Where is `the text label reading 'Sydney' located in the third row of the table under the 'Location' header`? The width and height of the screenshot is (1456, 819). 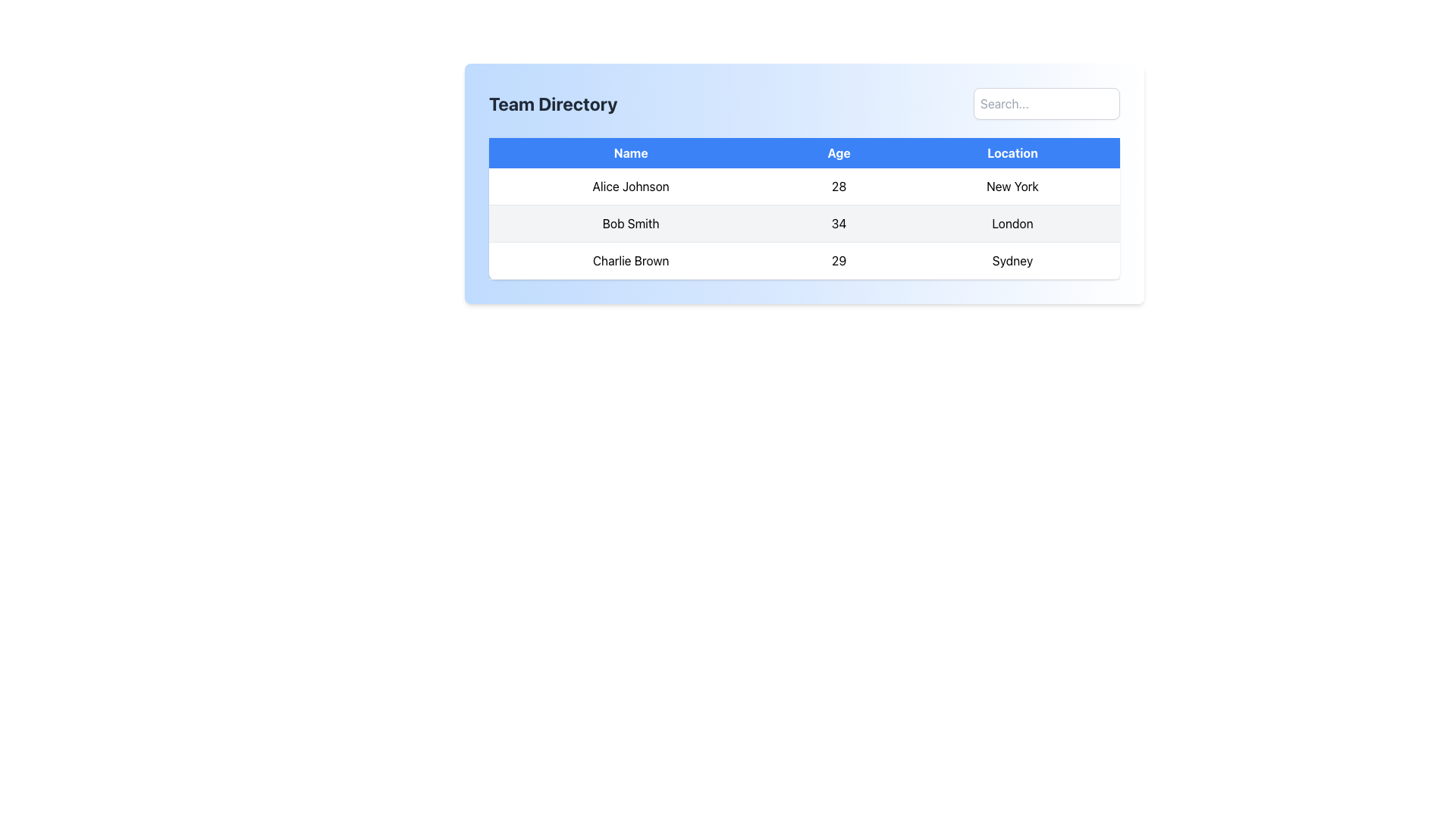 the text label reading 'Sydney' located in the third row of the table under the 'Location' header is located at coordinates (1012, 259).